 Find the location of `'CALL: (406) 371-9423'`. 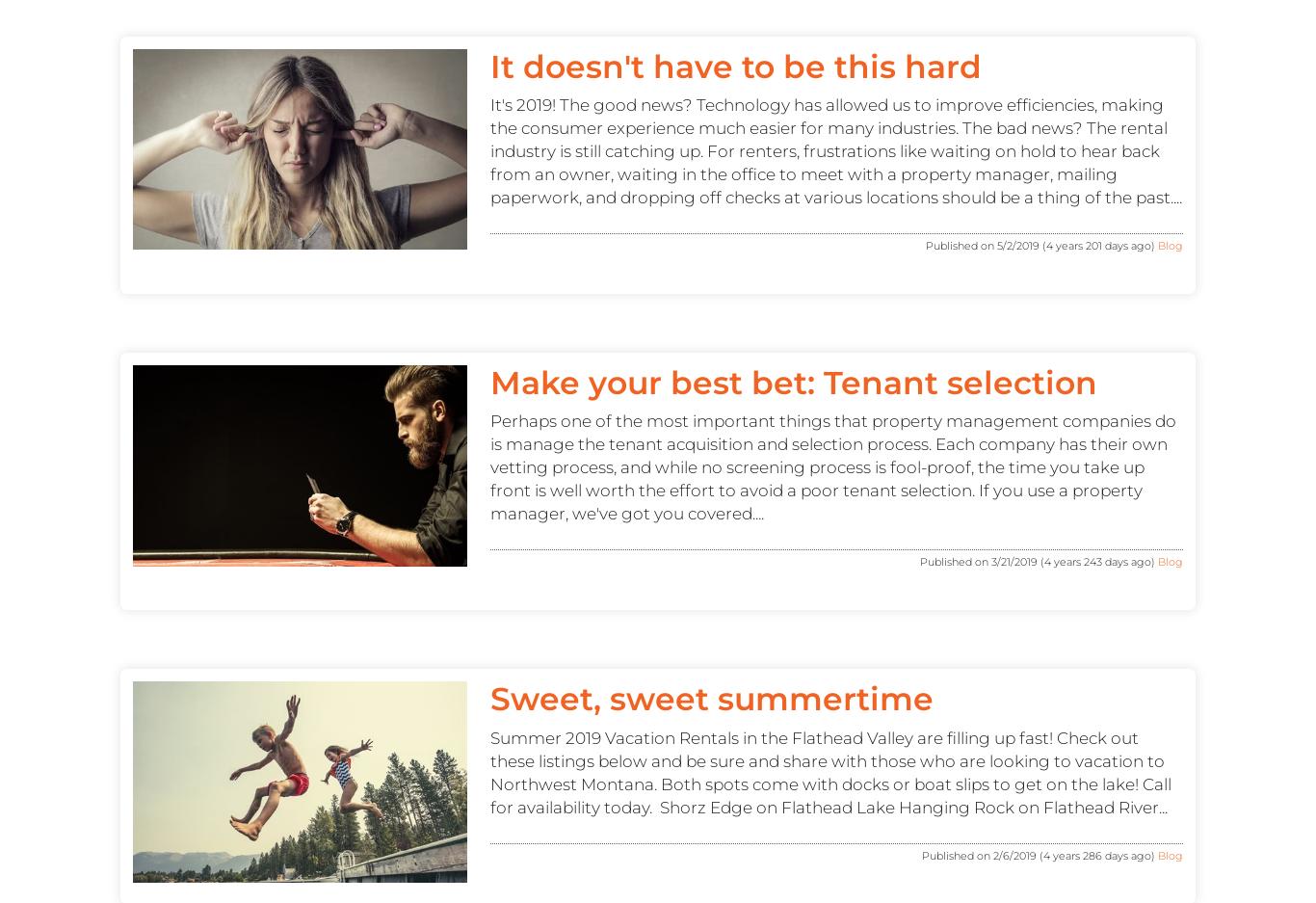

'CALL: (406) 371-9423' is located at coordinates (200, 180).